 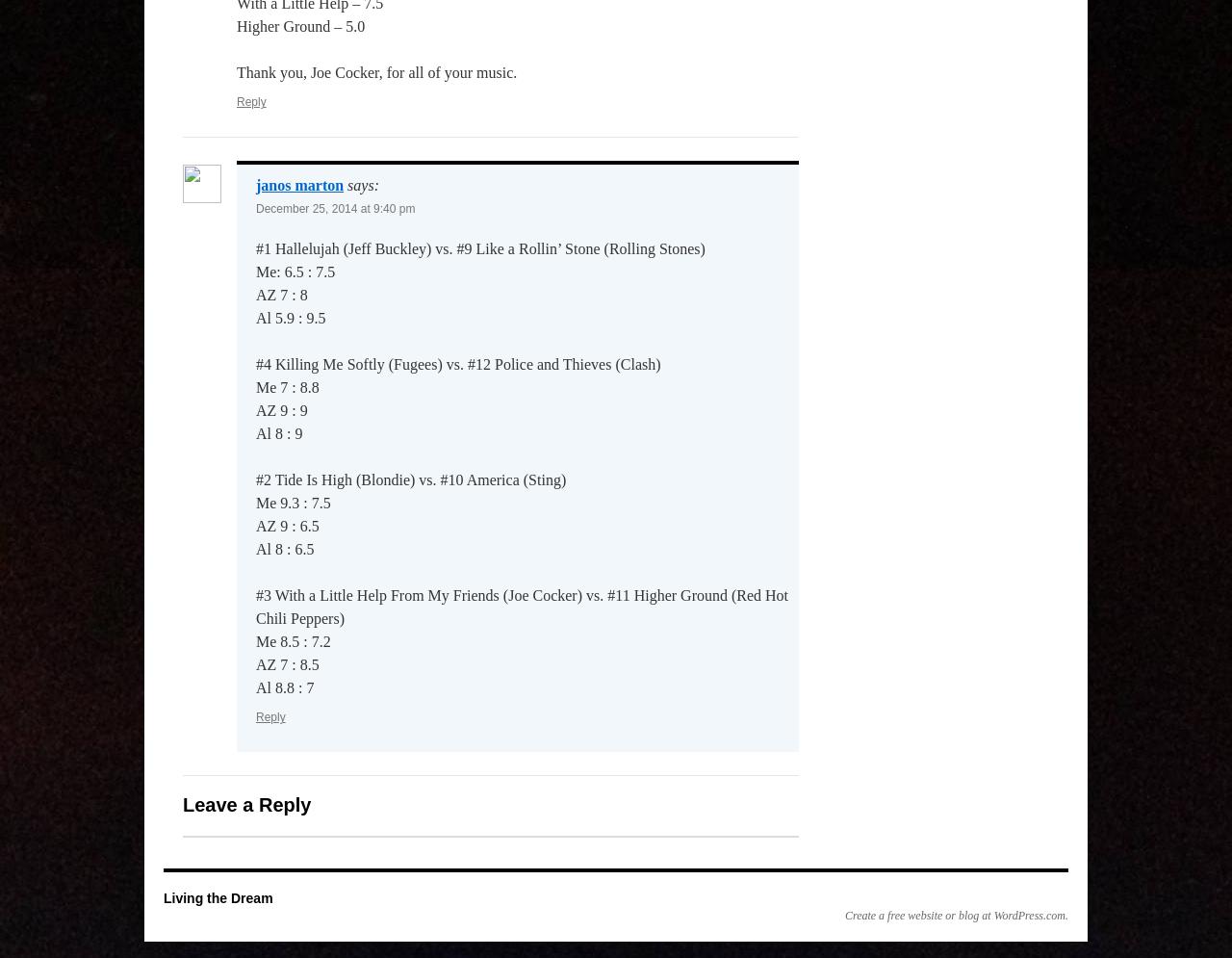 What do you see at coordinates (298, 184) in the screenshot?
I see `'janos marton'` at bounding box center [298, 184].